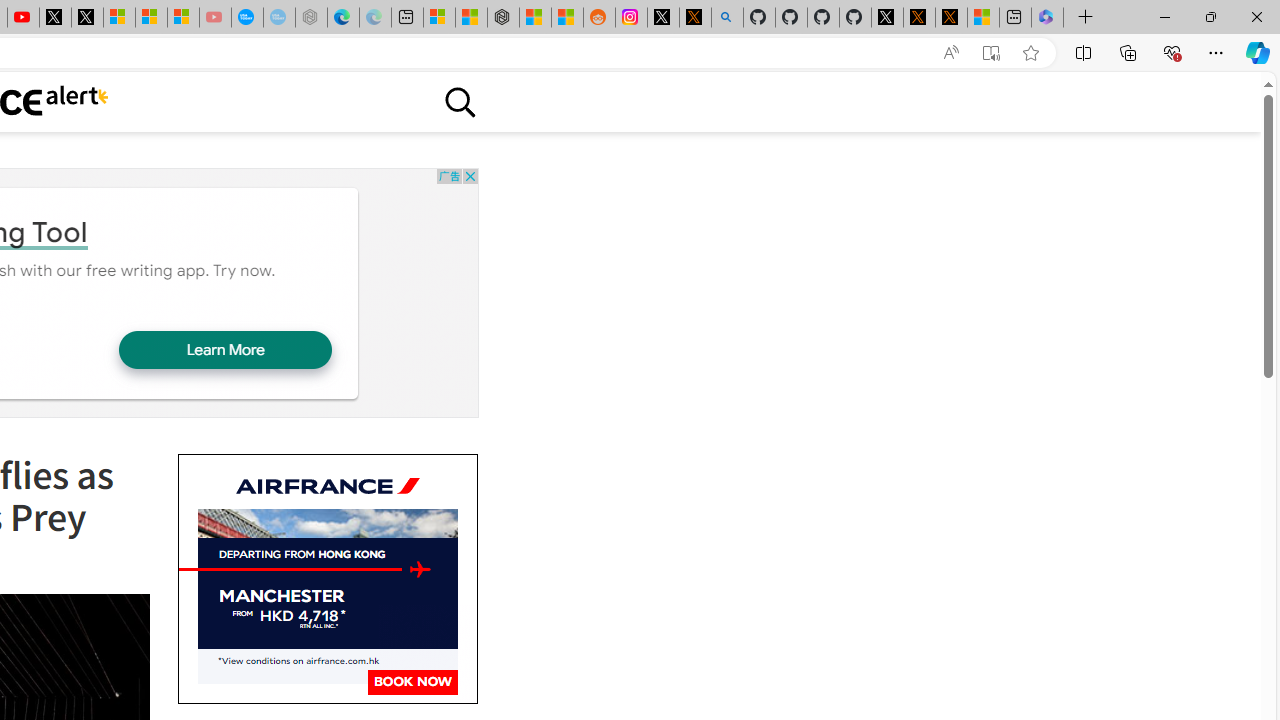 Image resolution: width=1280 pixels, height=720 pixels. Describe the element at coordinates (663, 17) in the screenshot. I see `'Log in to X / X'` at that location.